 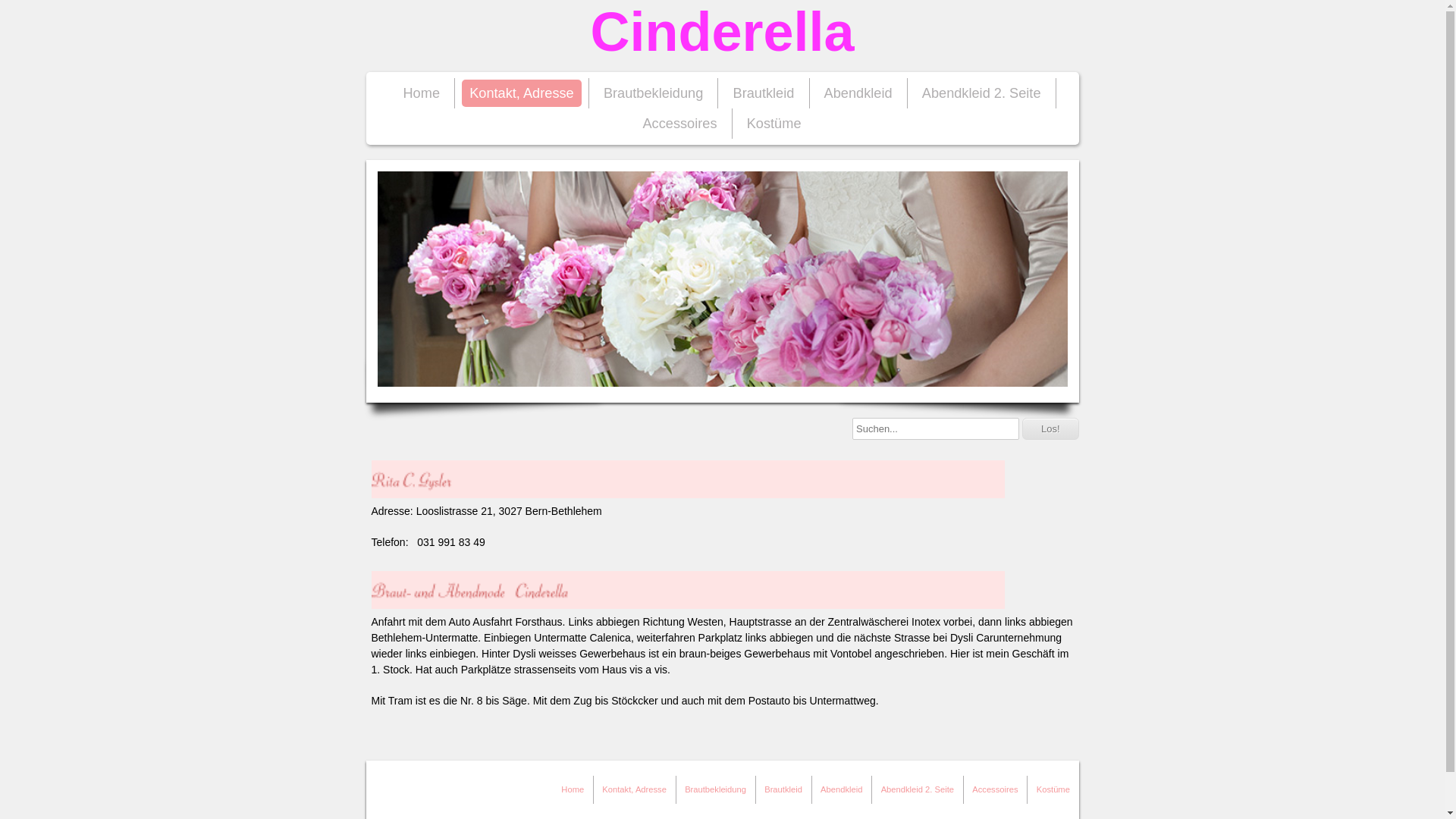 What do you see at coordinates (679, 122) in the screenshot?
I see `'Accessoires'` at bounding box center [679, 122].